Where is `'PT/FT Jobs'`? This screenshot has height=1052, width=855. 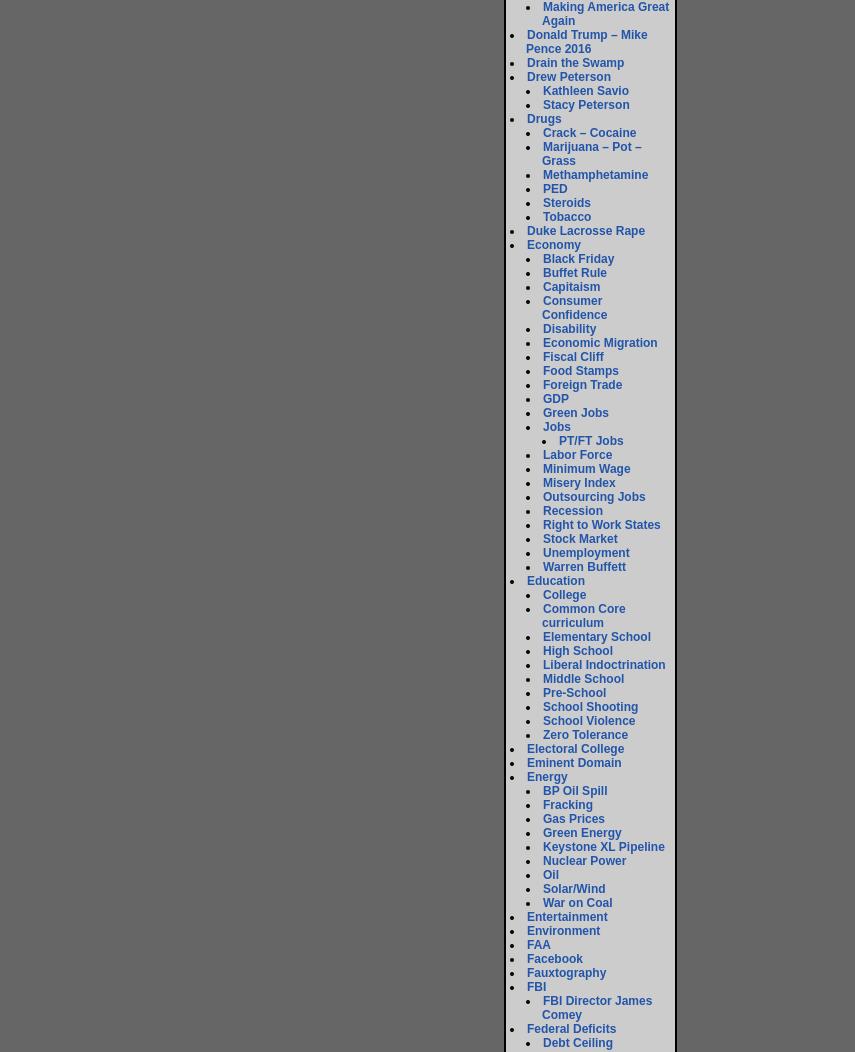
'PT/FT Jobs' is located at coordinates (589, 440).